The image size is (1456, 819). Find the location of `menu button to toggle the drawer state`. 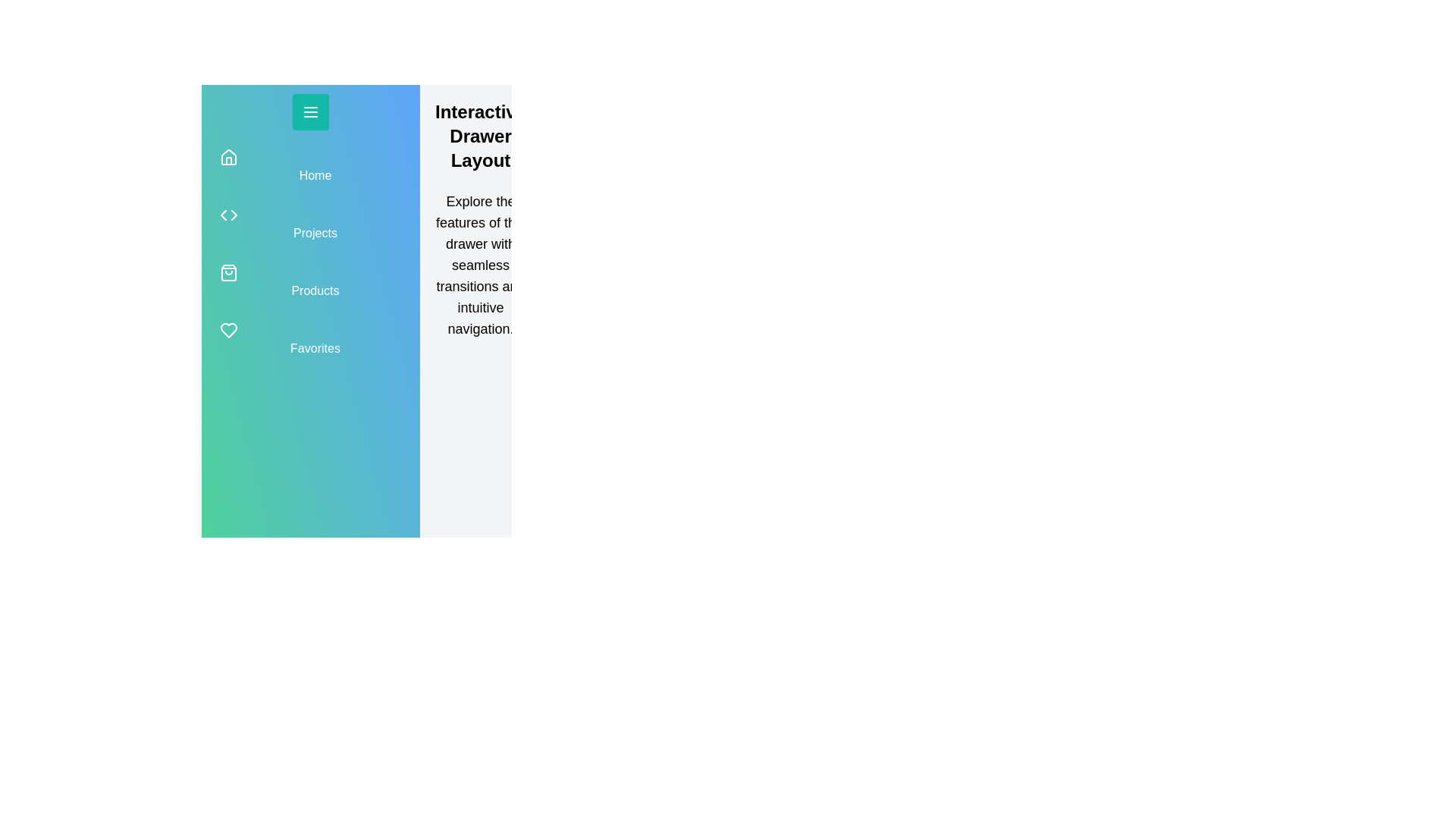

menu button to toggle the drawer state is located at coordinates (309, 111).